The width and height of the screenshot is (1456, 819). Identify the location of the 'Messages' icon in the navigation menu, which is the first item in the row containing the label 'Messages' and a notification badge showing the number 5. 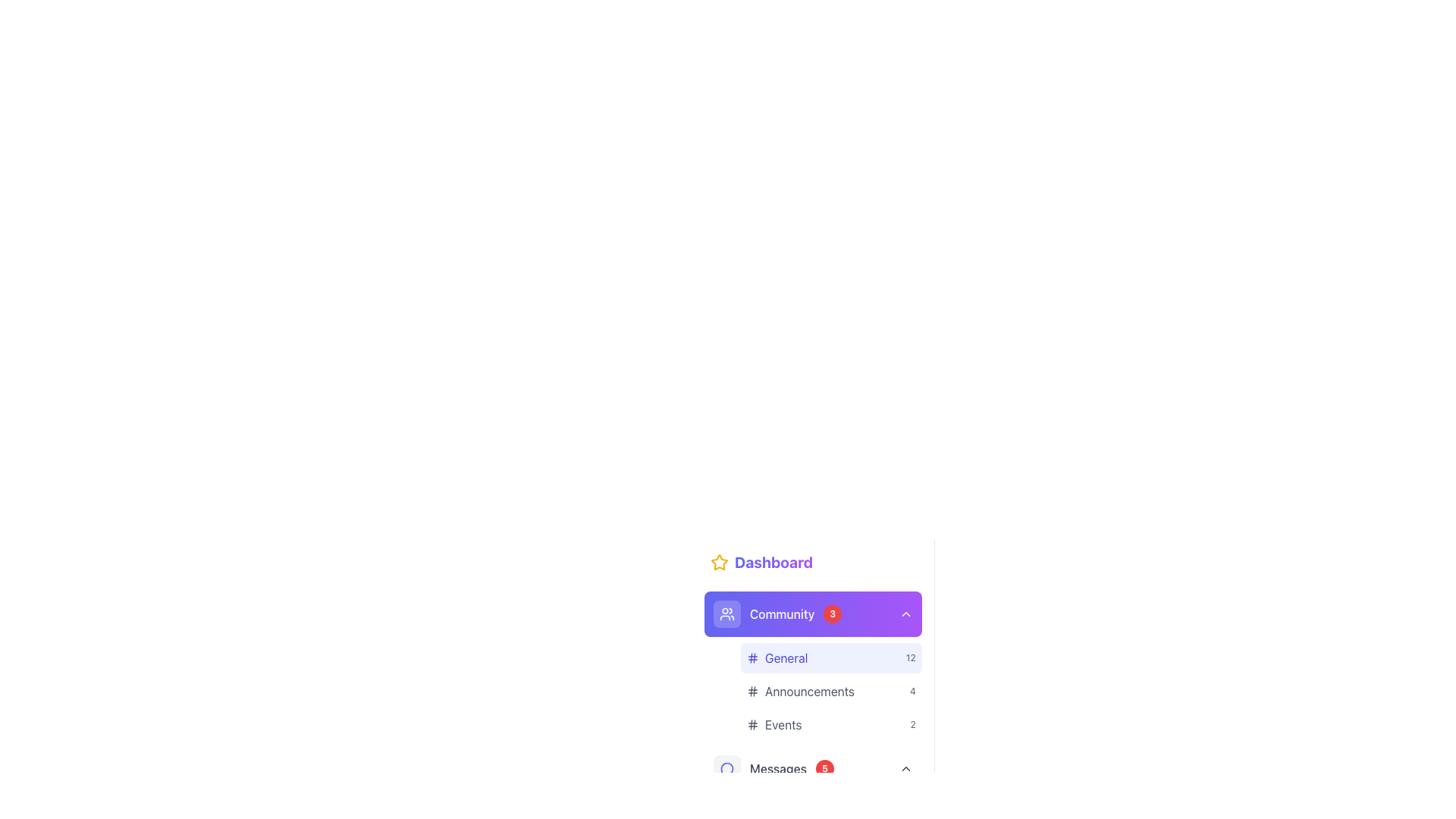
(726, 769).